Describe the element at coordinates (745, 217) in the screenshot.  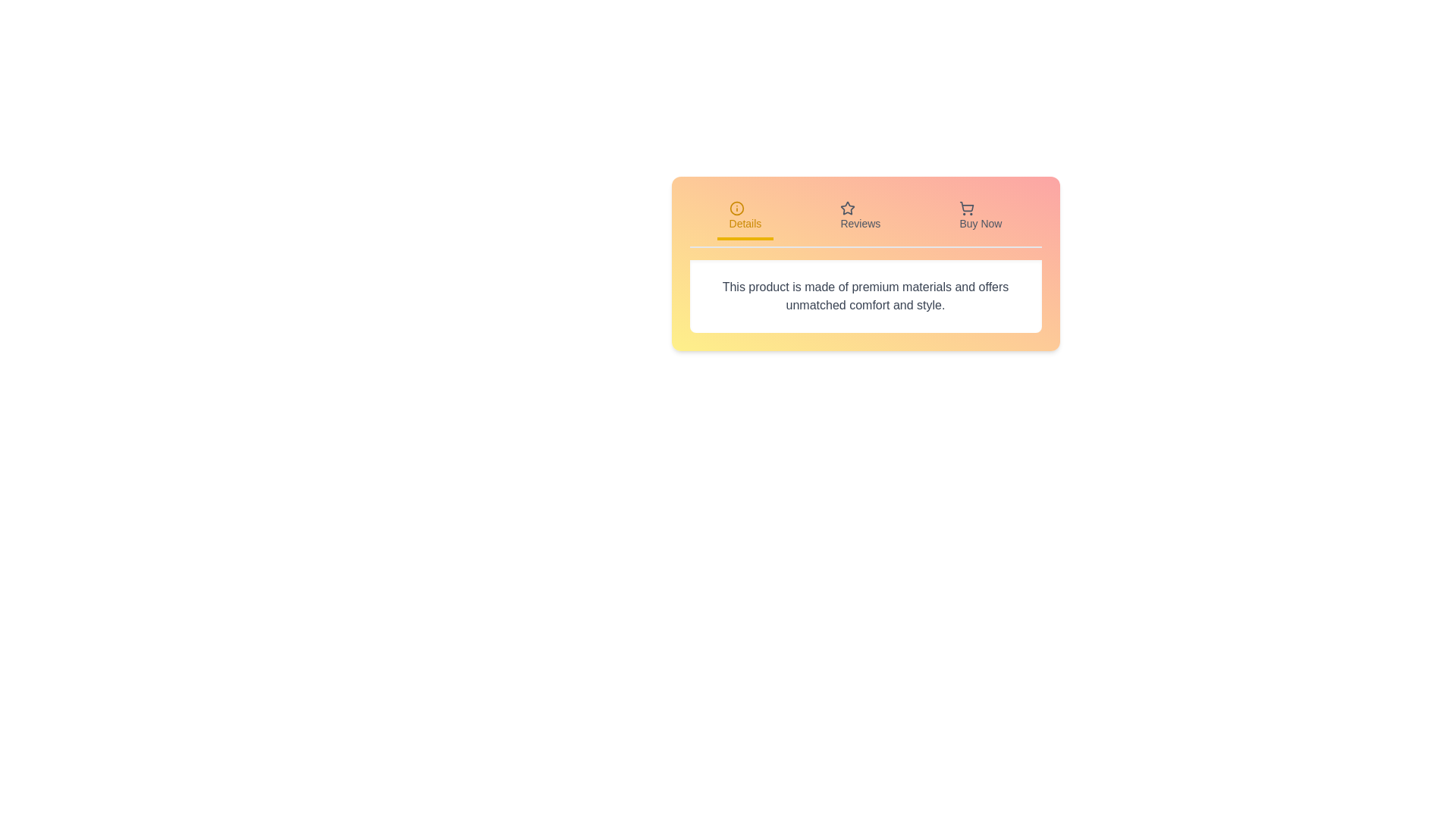
I see `the Details tab to observe its hover effect` at that location.